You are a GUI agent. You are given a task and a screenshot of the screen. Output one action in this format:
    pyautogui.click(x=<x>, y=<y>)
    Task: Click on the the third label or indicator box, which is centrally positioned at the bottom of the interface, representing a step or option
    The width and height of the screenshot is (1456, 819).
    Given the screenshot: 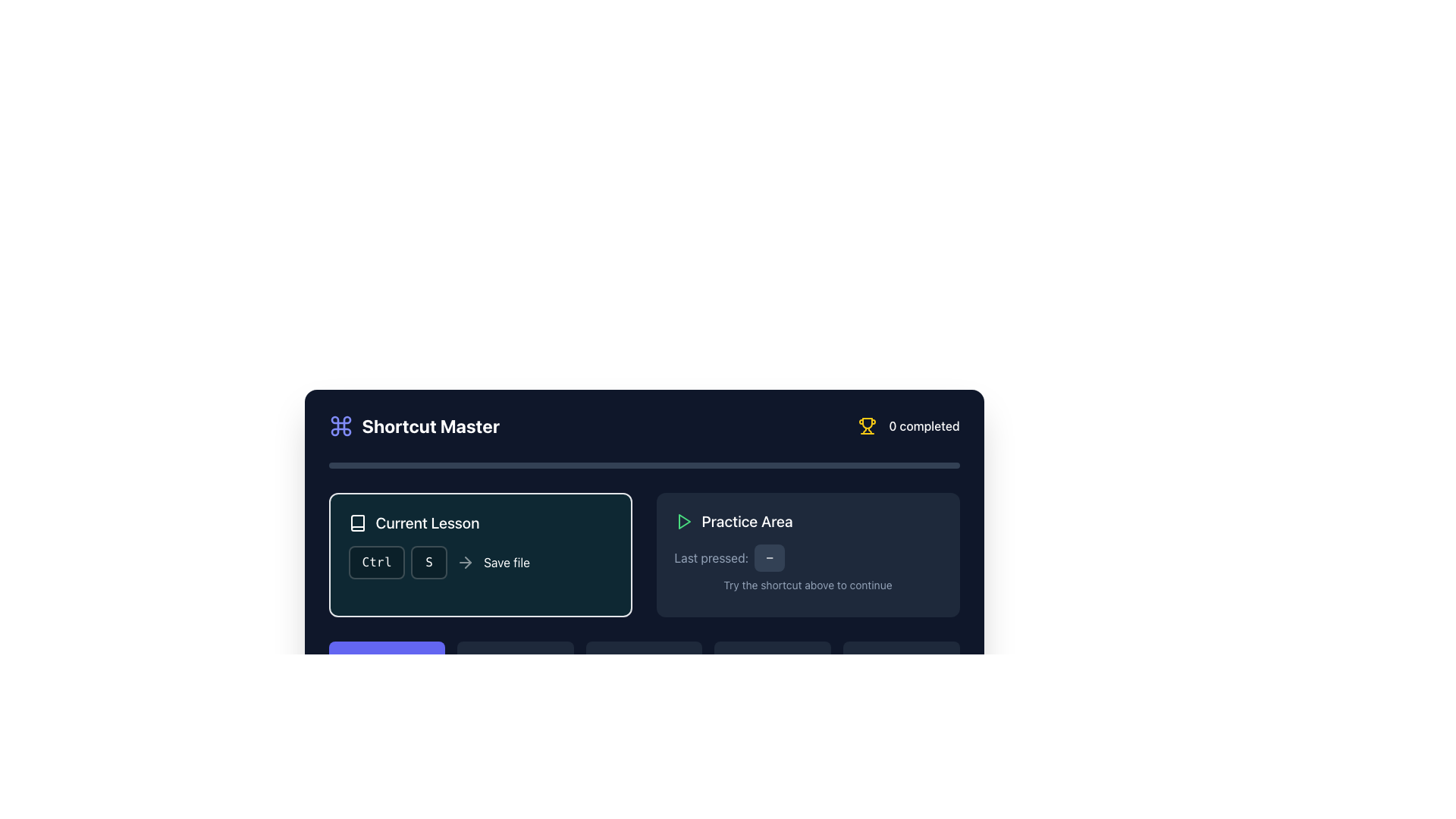 What is the action you would take?
    pyautogui.click(x=644, y=662)
    